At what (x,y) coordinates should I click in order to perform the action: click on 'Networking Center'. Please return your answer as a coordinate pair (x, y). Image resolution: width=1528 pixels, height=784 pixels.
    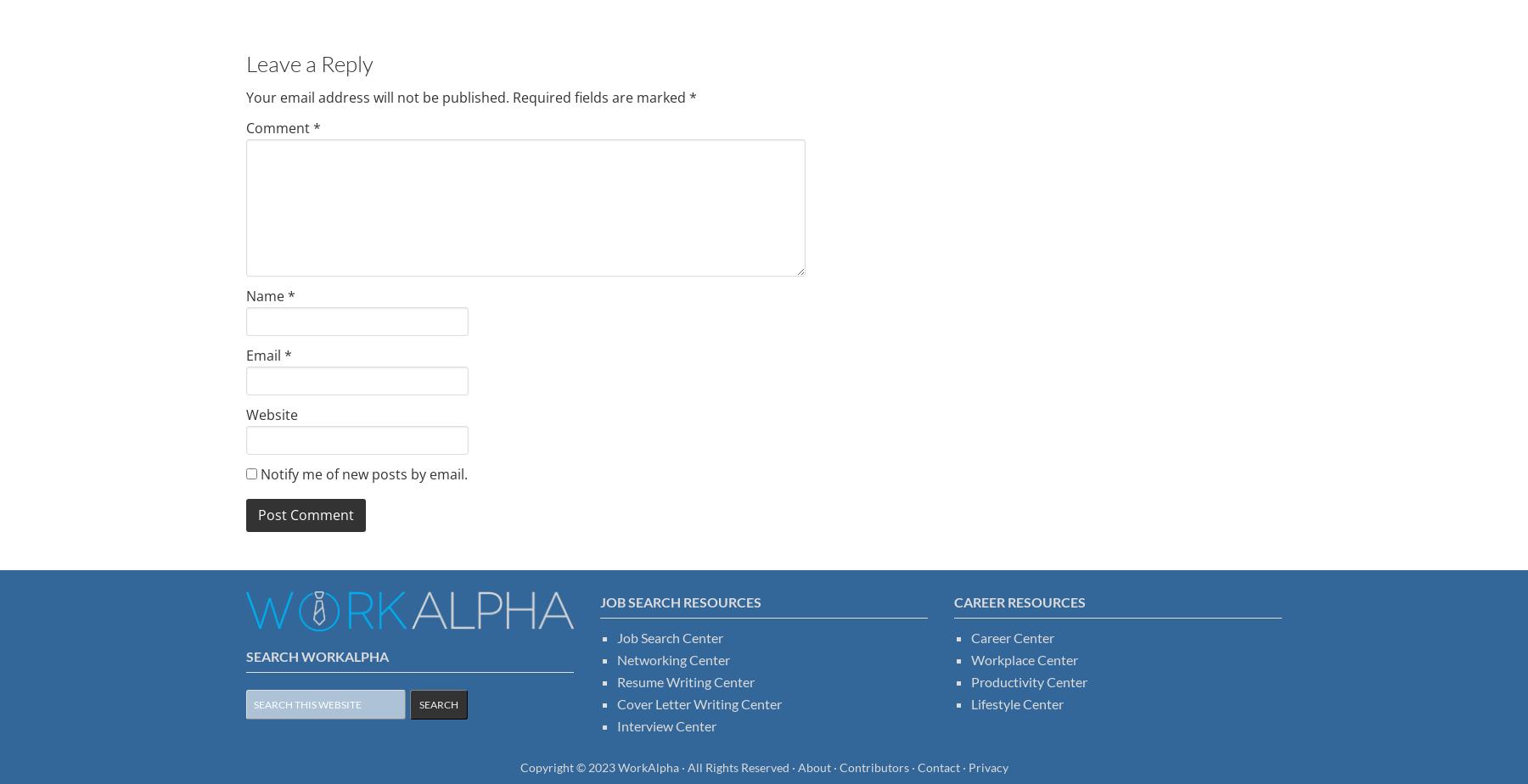
    Looking at the image, I should click on (673, 658).